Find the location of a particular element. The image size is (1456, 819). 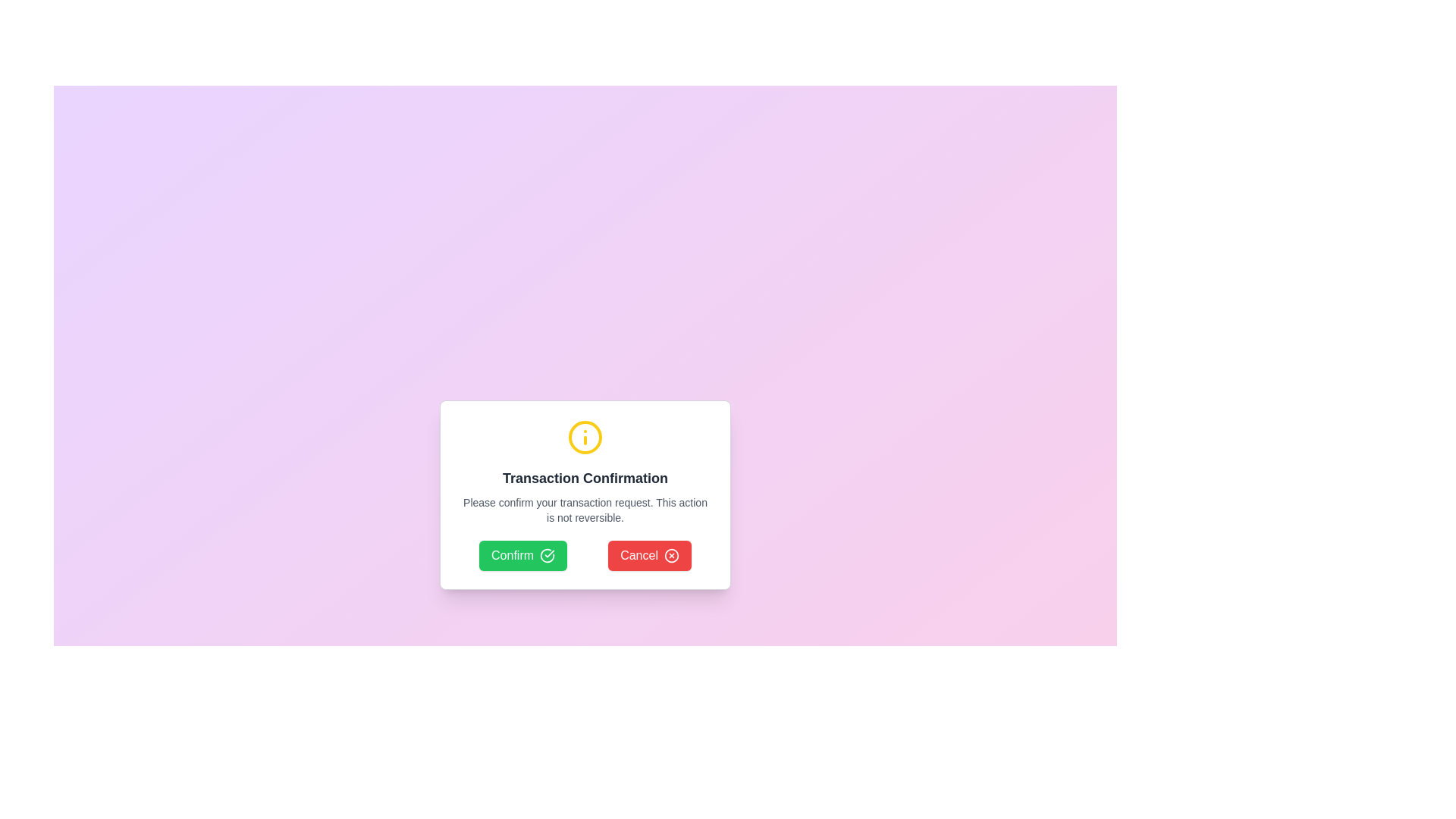

the 'Confirm' button, which is a green button located at the bottom of a modal dialog box is located at coordinates (513, 555).